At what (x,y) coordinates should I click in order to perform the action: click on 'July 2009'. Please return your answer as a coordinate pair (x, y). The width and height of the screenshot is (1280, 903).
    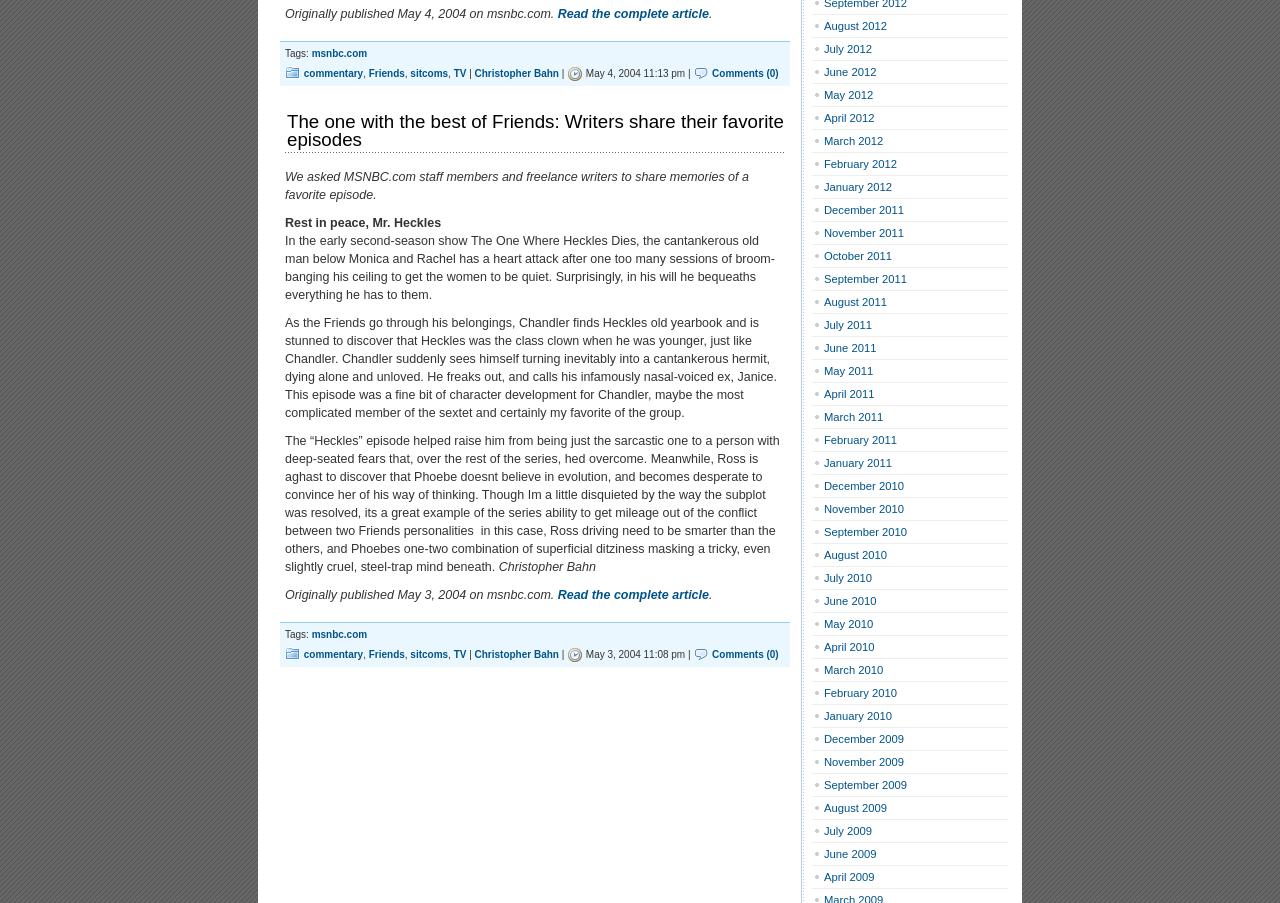
    Looking at the image, I should click on (848, 830).